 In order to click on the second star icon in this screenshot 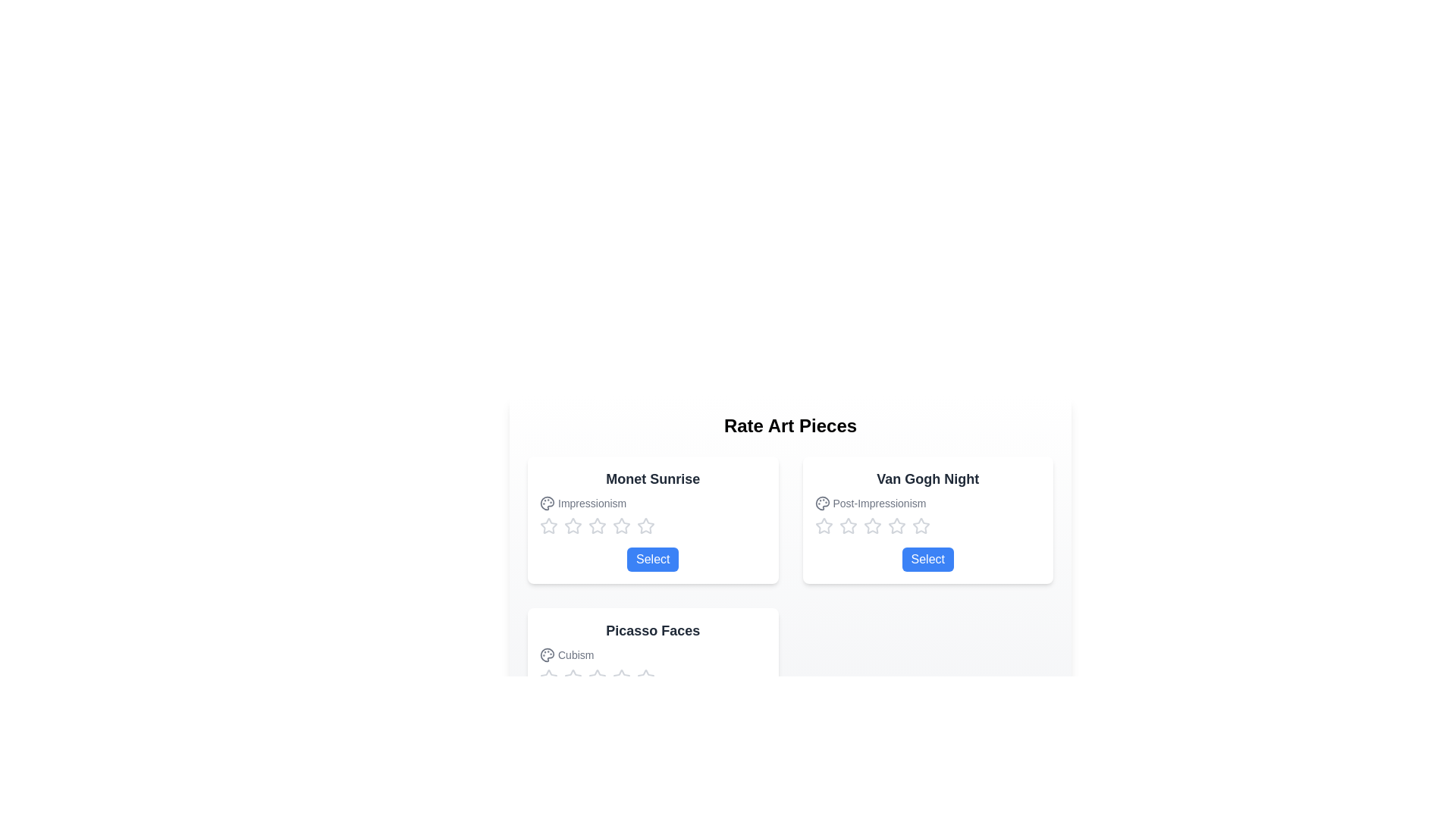, I will do `click(622, 525)`.